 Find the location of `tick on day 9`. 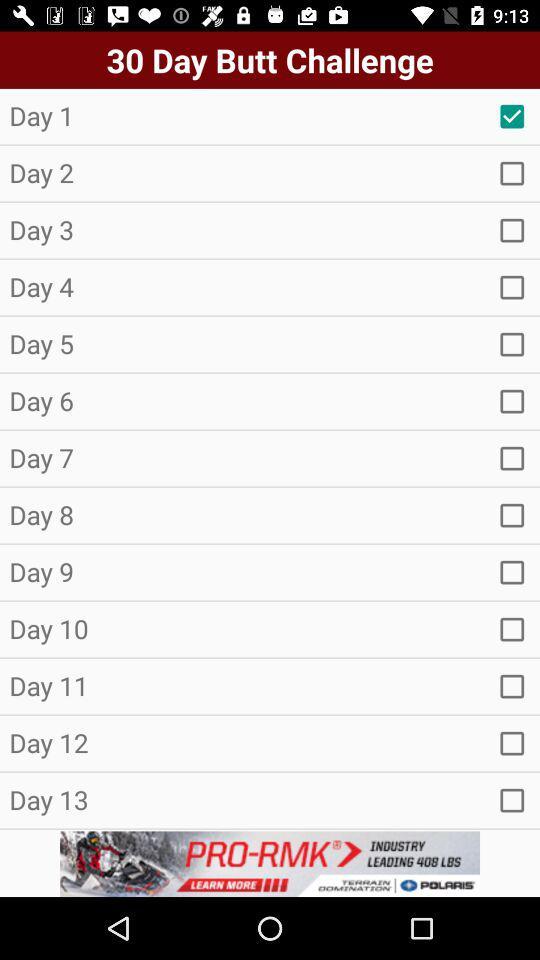

tick on day 9 is located at coordinates (512, 572).